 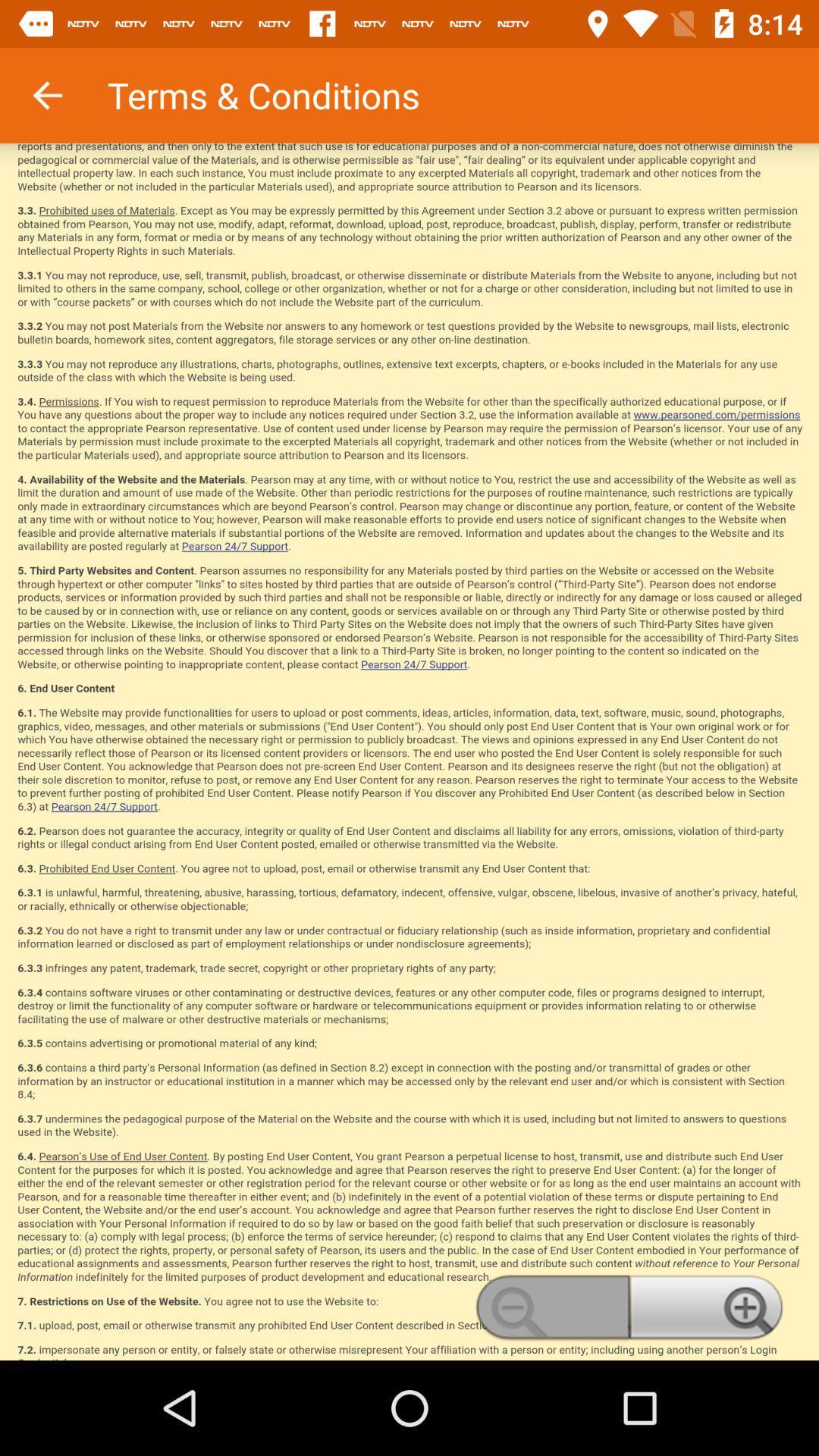 What do you see at coordinates (409, 752) in the screenshot?
I see `click the main page` at bounding box center [409, 752].